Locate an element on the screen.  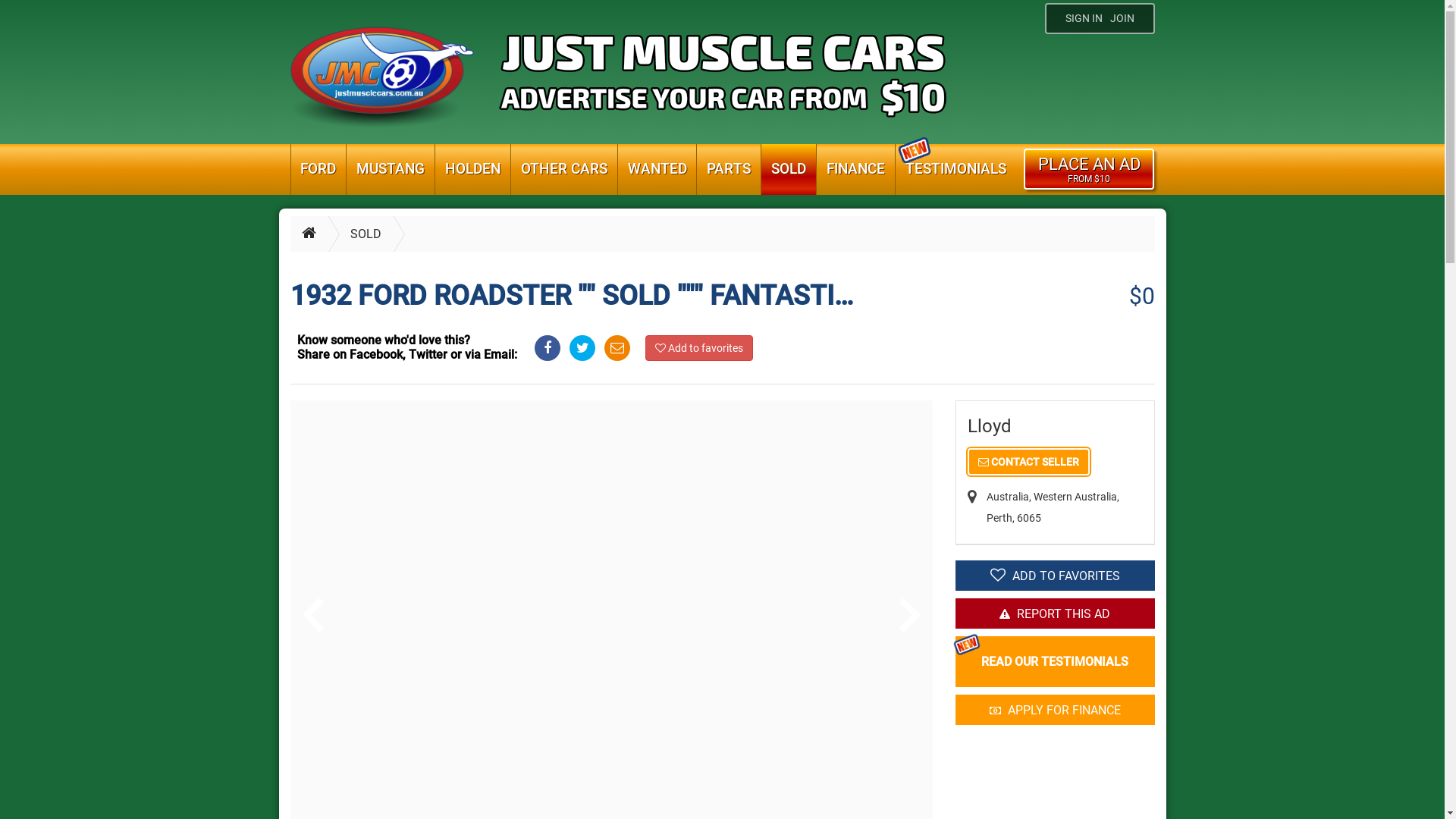
'REPORT THIS AD' is located at coordinates (954, 613).